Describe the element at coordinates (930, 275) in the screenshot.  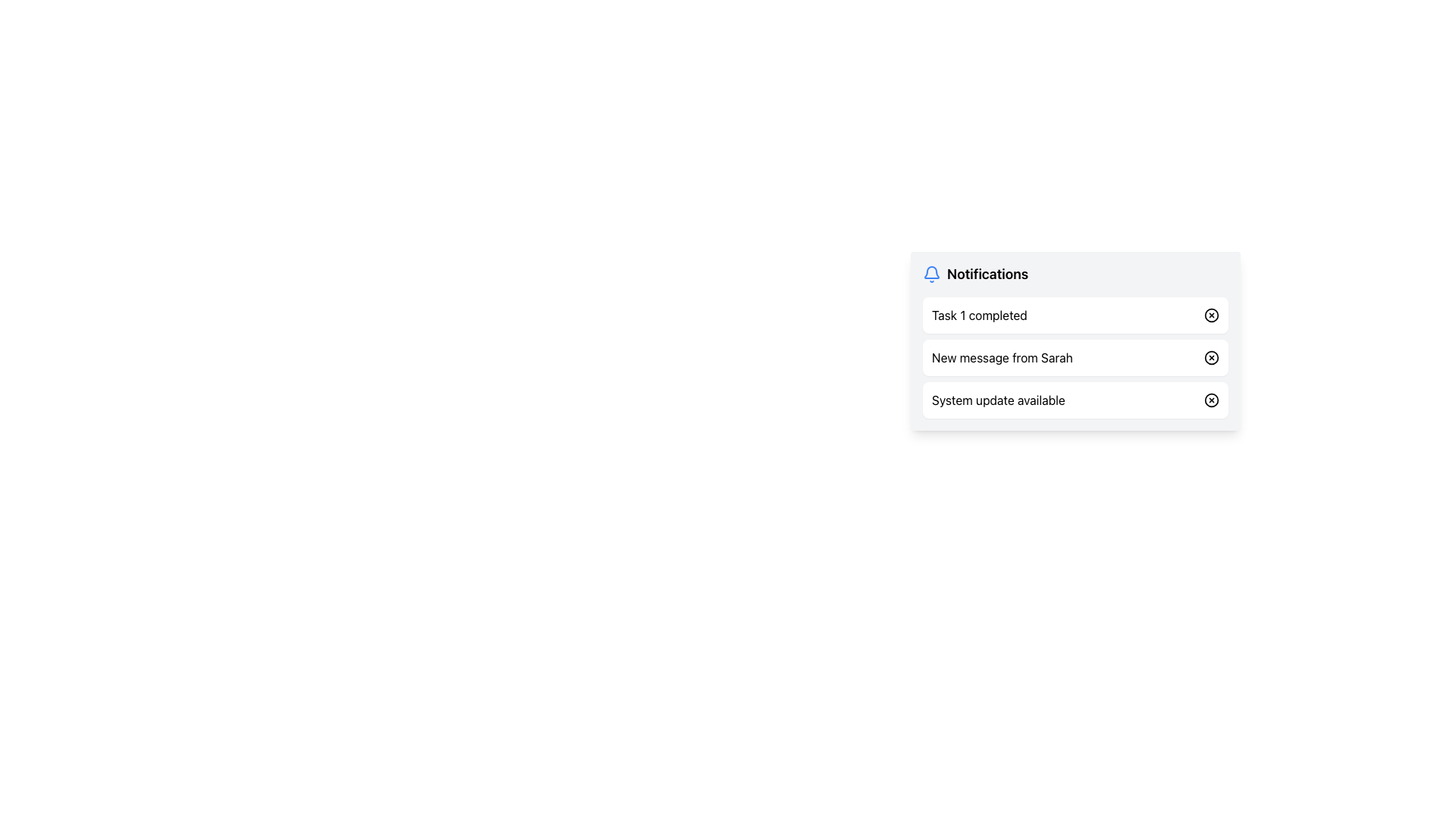
I see `the blue bell-shaped icon associated with the 'Notifications' text` at that location.